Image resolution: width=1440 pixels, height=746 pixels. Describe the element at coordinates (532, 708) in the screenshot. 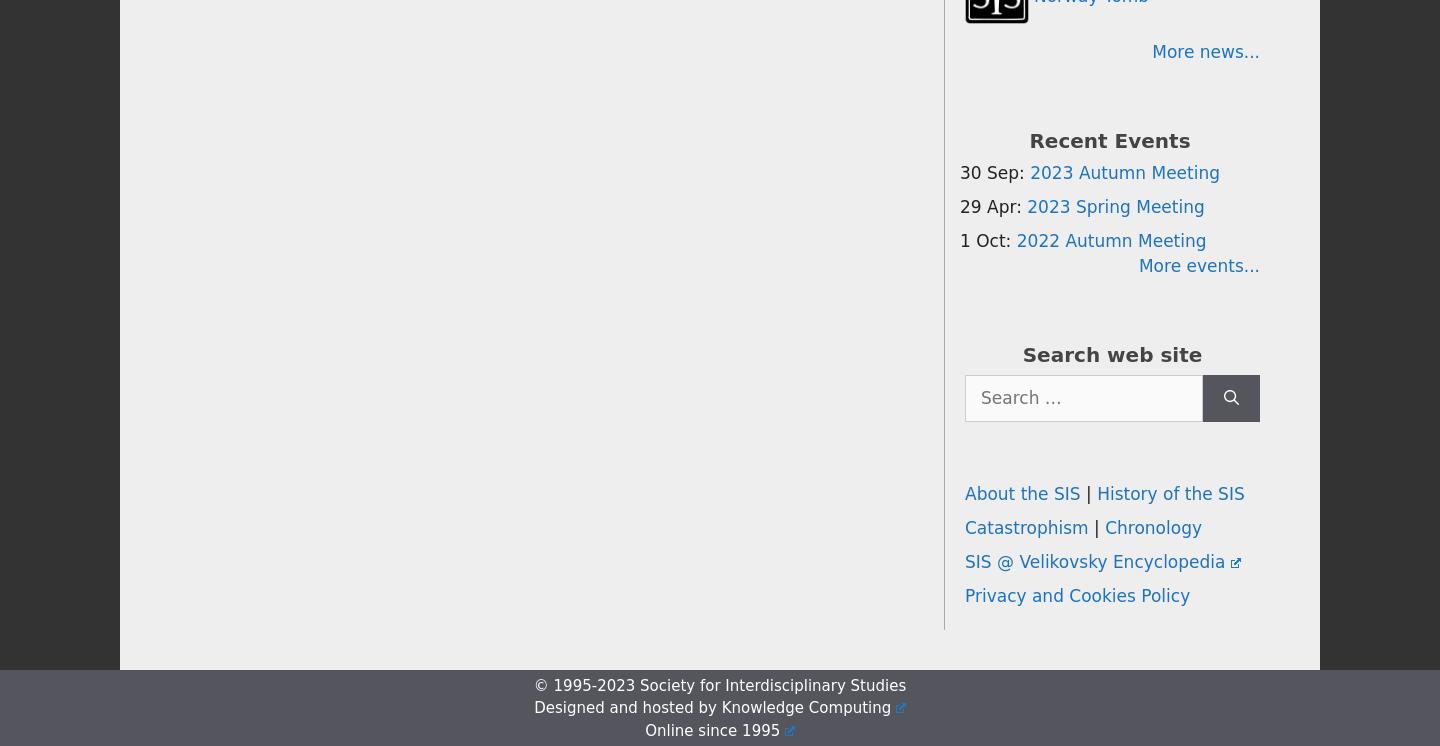

I see `'Designed and hosted by'` at that location.